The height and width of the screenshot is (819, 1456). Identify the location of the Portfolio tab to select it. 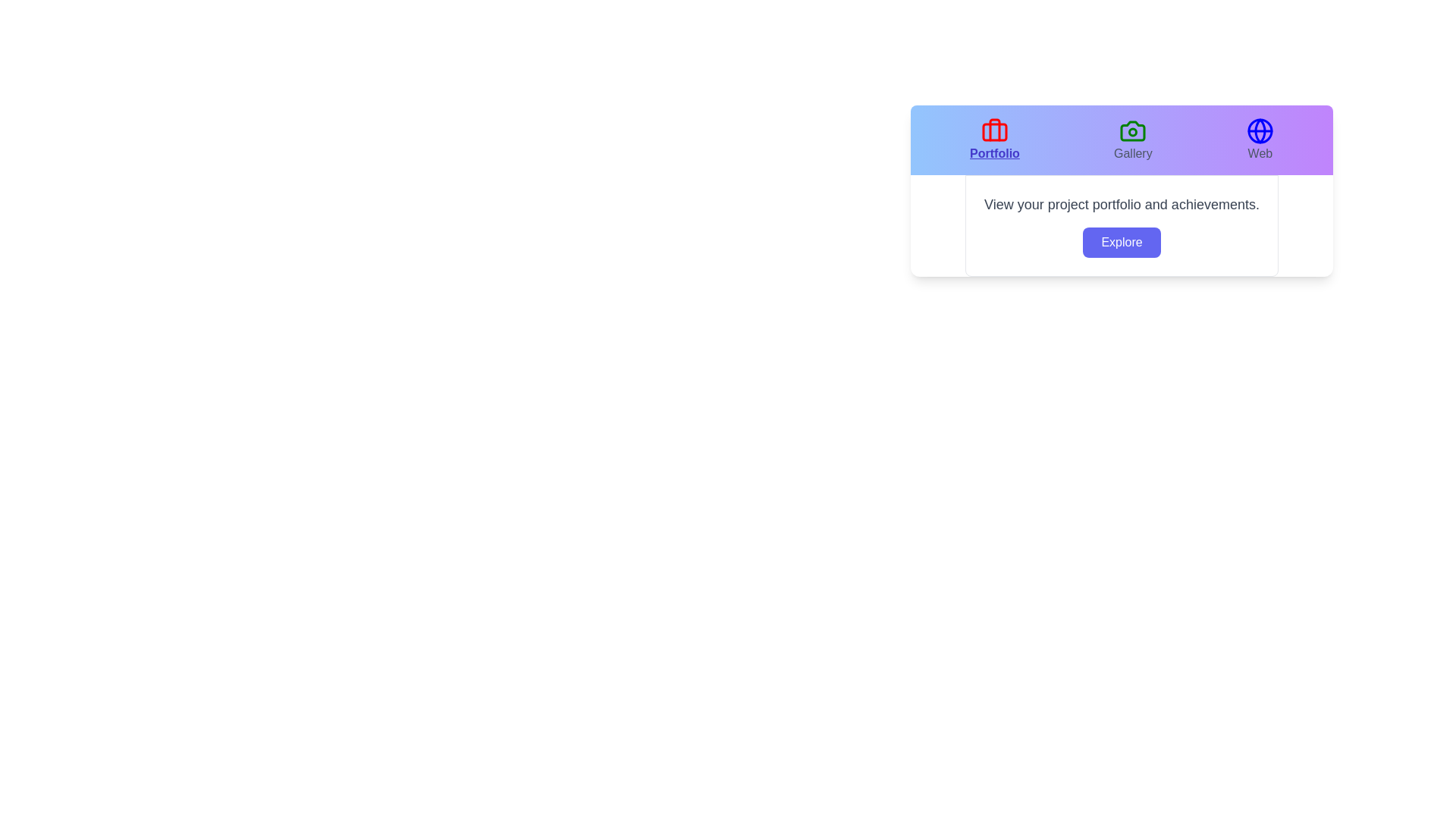
(994, 140).